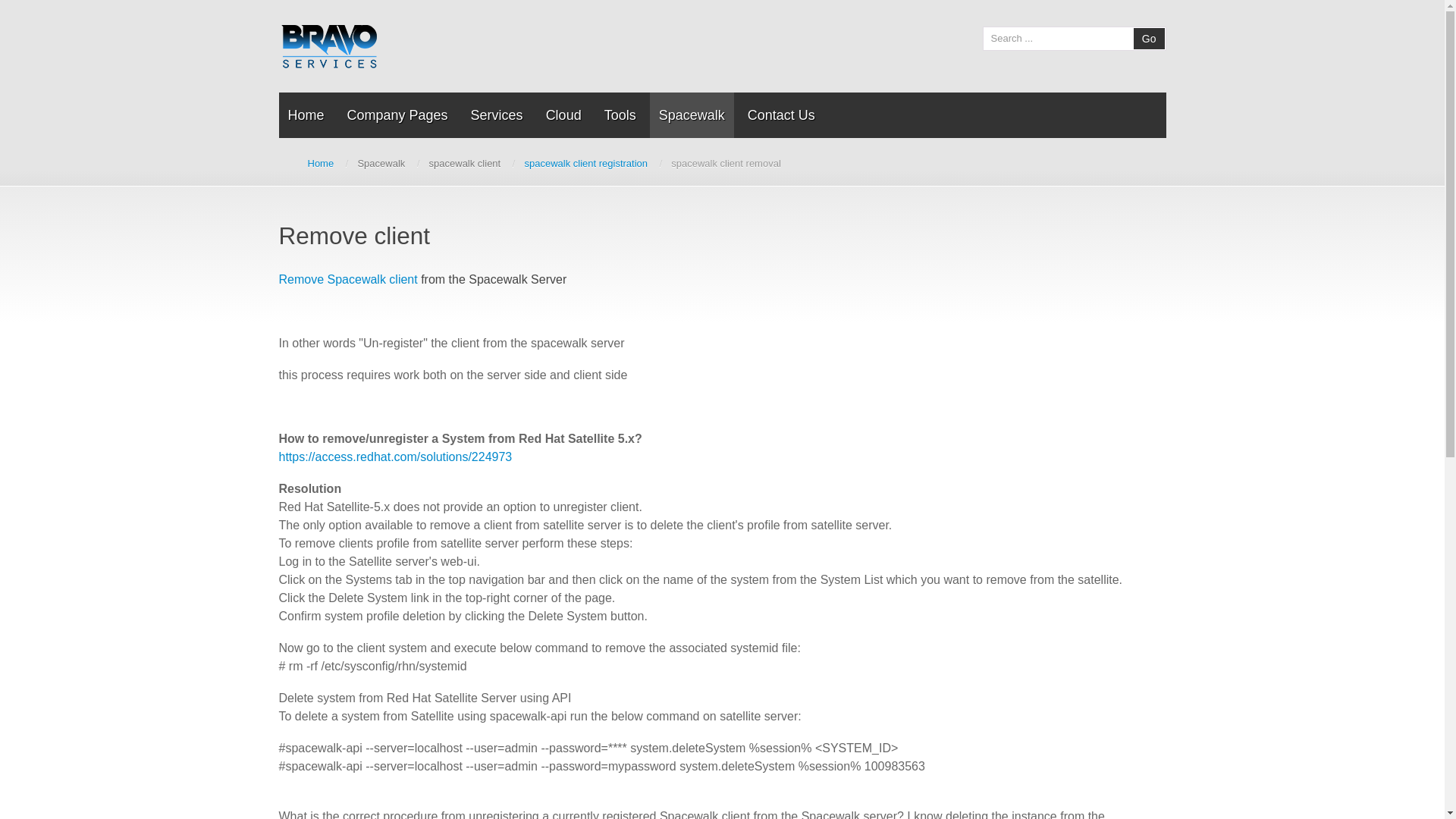 The image size is (1456, 819). Describe the element at coordinates (397, 114) in the screenshot. I see `'Company Pages'` at that location.